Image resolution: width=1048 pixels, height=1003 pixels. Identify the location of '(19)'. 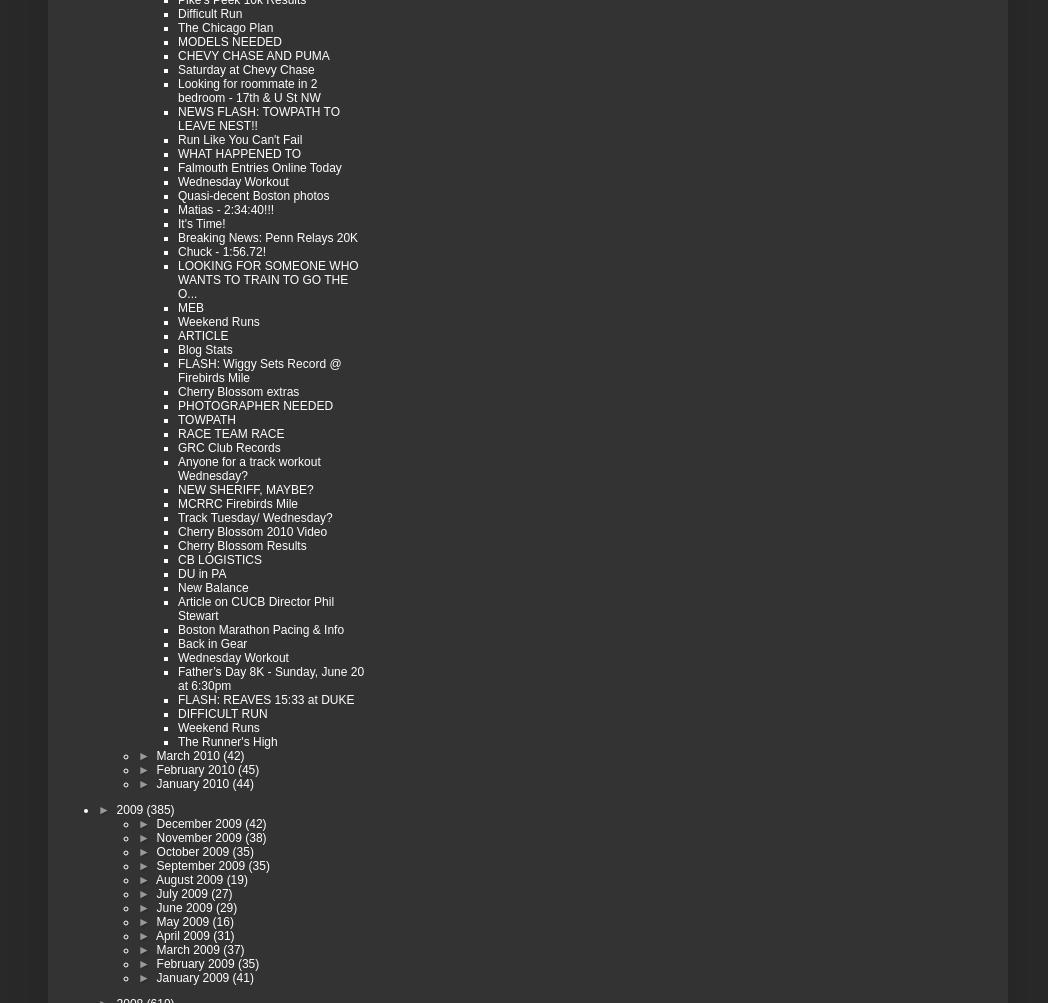
(236, 879).